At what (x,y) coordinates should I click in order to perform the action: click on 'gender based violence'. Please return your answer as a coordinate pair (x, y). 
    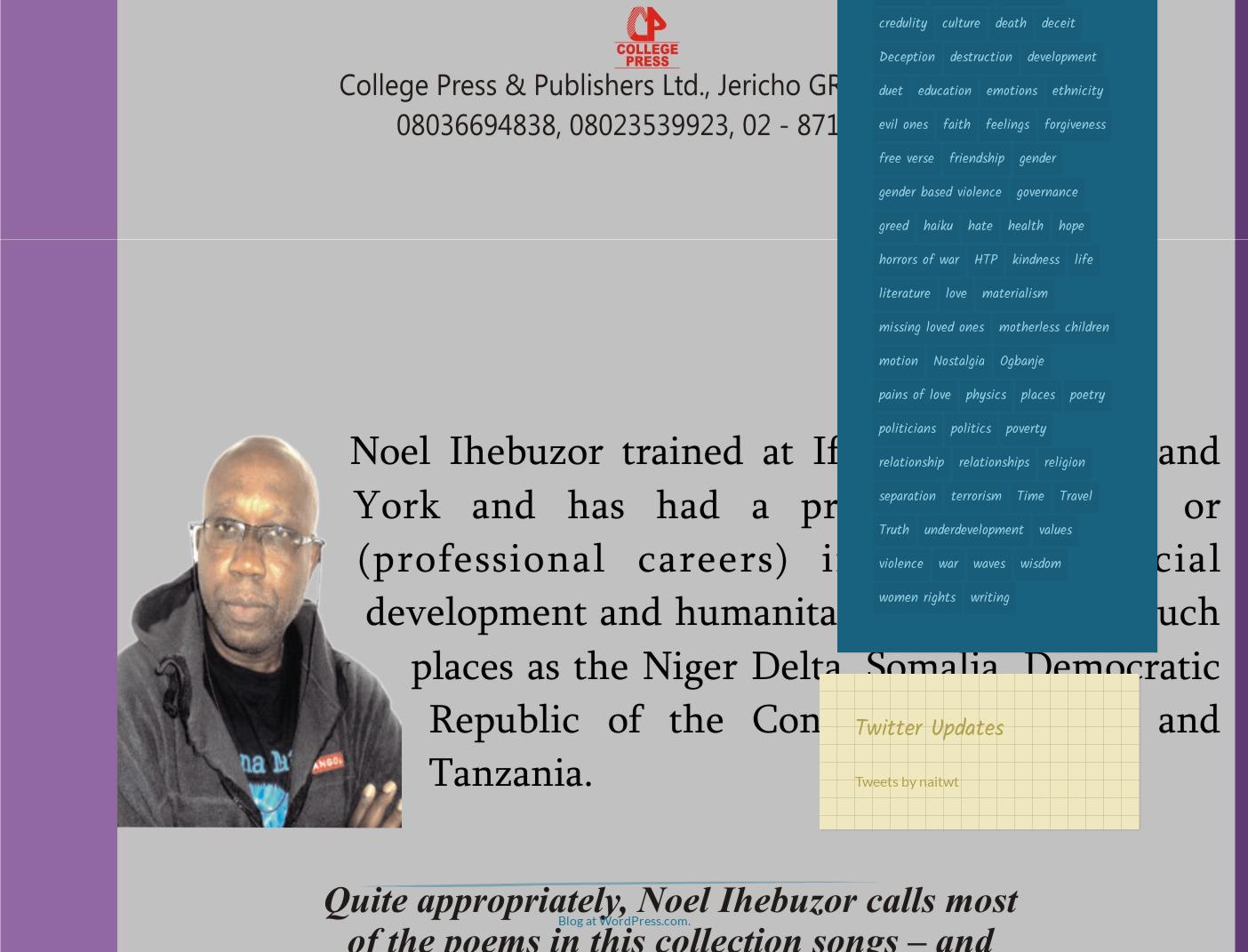
    Looking at the image, I should click on (878, 191).